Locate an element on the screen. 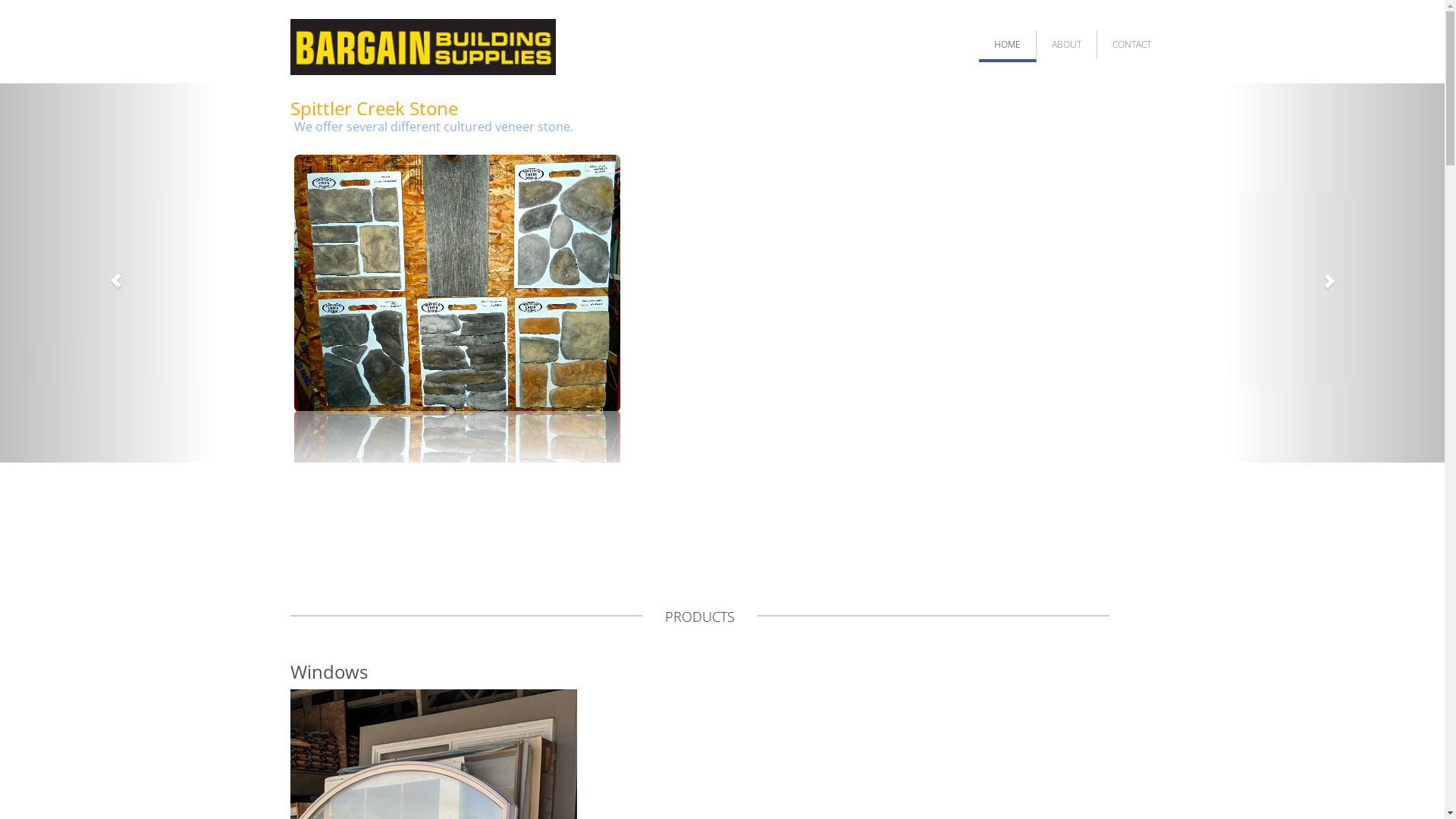  'HOME' is located at coordinates (1007, 45).